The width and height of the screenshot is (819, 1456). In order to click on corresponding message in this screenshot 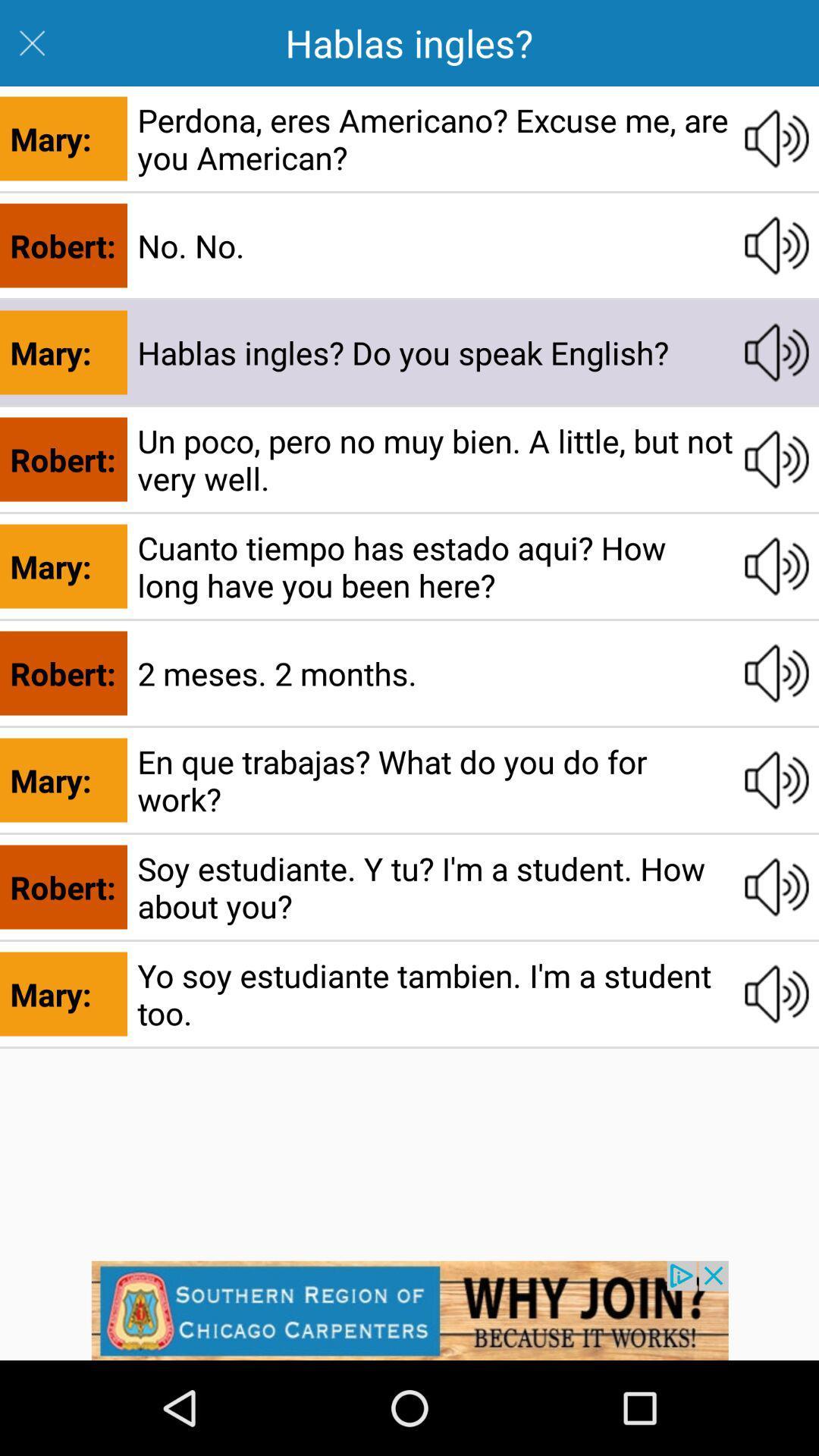, I will do `click(777, 887)`.